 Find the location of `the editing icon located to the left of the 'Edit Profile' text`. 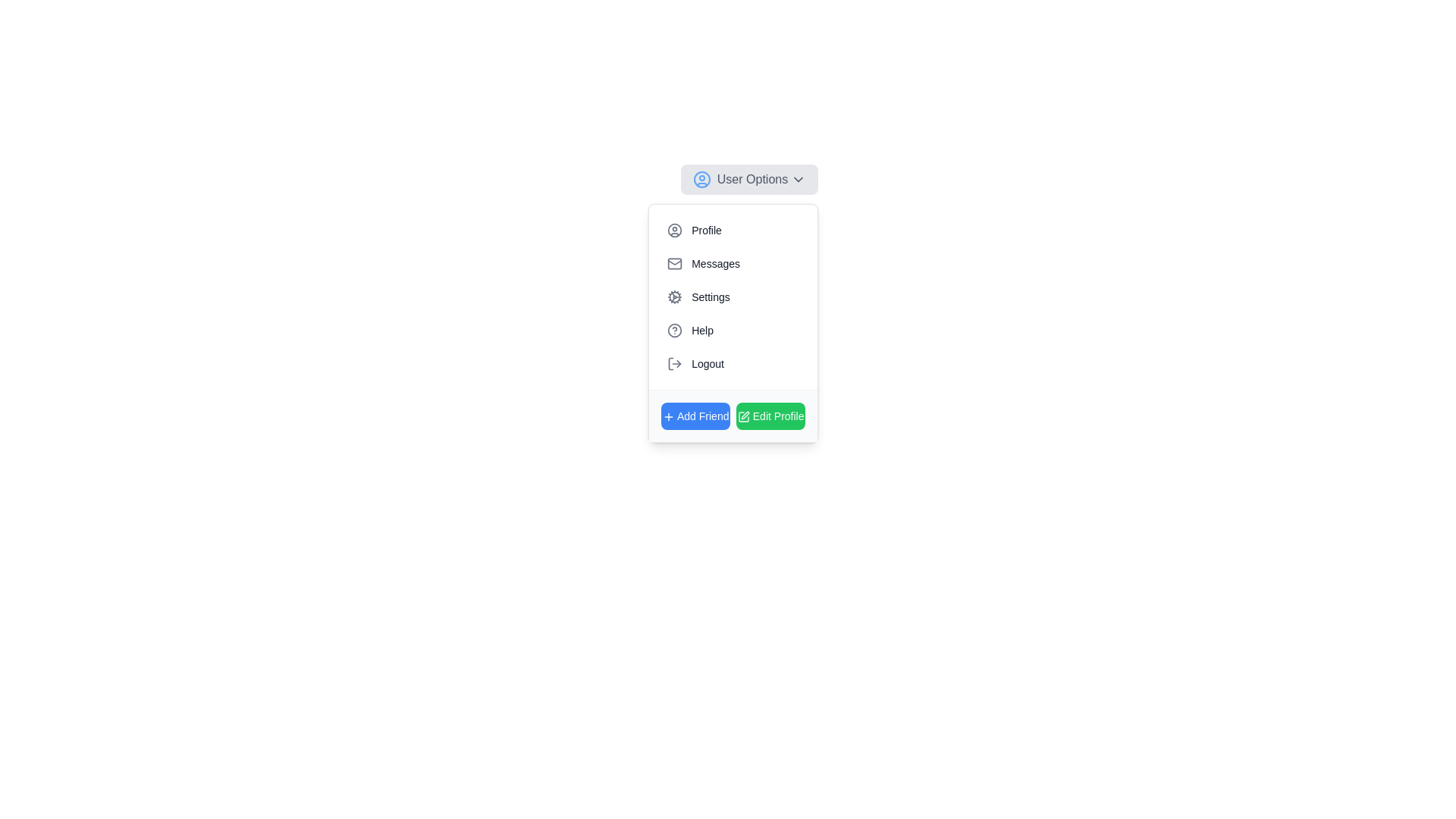

the editing icon located to the left of the 'Edit Profile' text is located at coordinates (743, 417).